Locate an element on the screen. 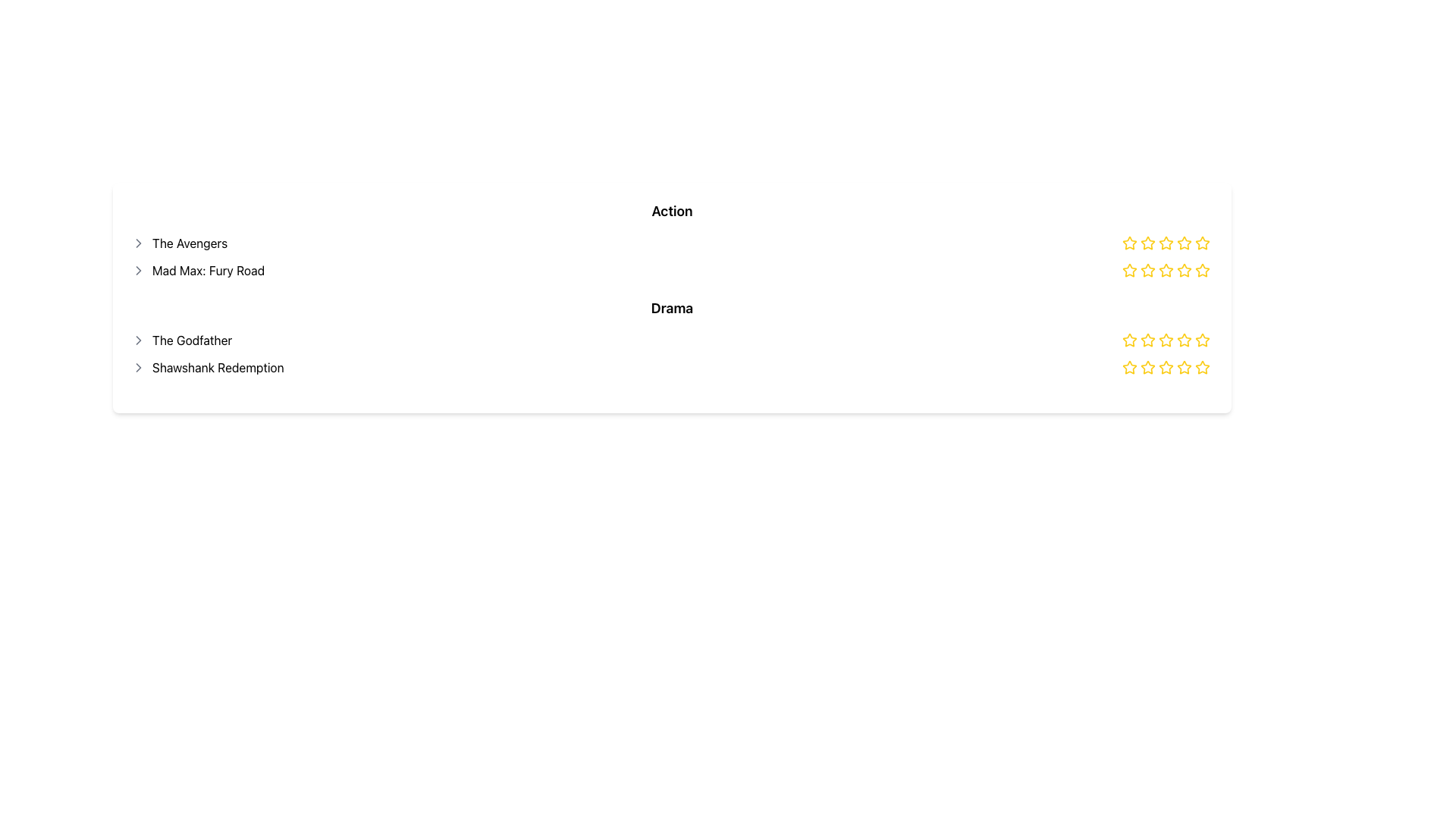 The height and width of the screenshot is (819, 1456). the sixth Rating Star Icon in the row is located at coordinates (1183, 270).